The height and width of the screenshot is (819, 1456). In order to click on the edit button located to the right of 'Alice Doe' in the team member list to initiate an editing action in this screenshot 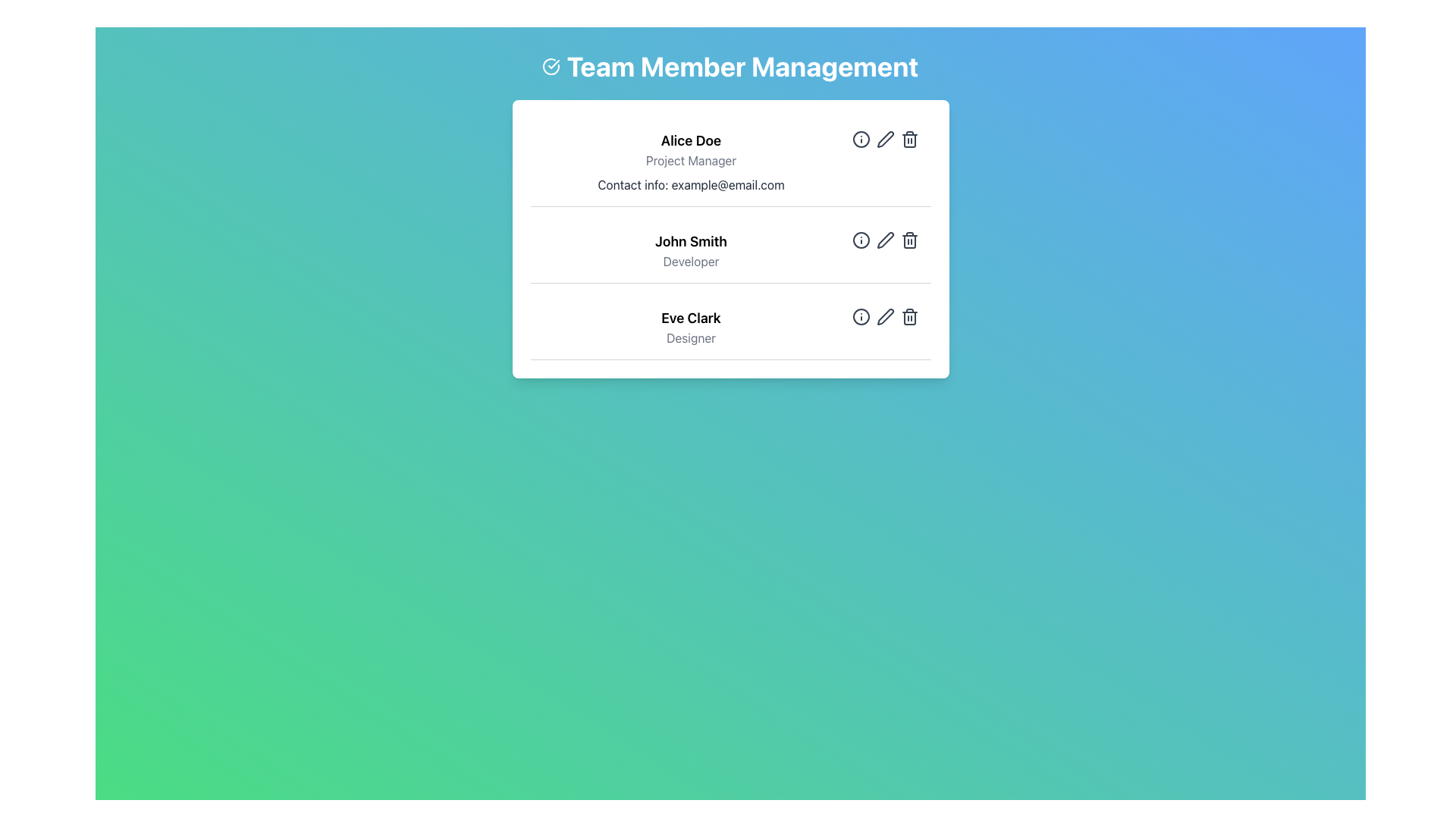, I will do `click(885, 140)`.